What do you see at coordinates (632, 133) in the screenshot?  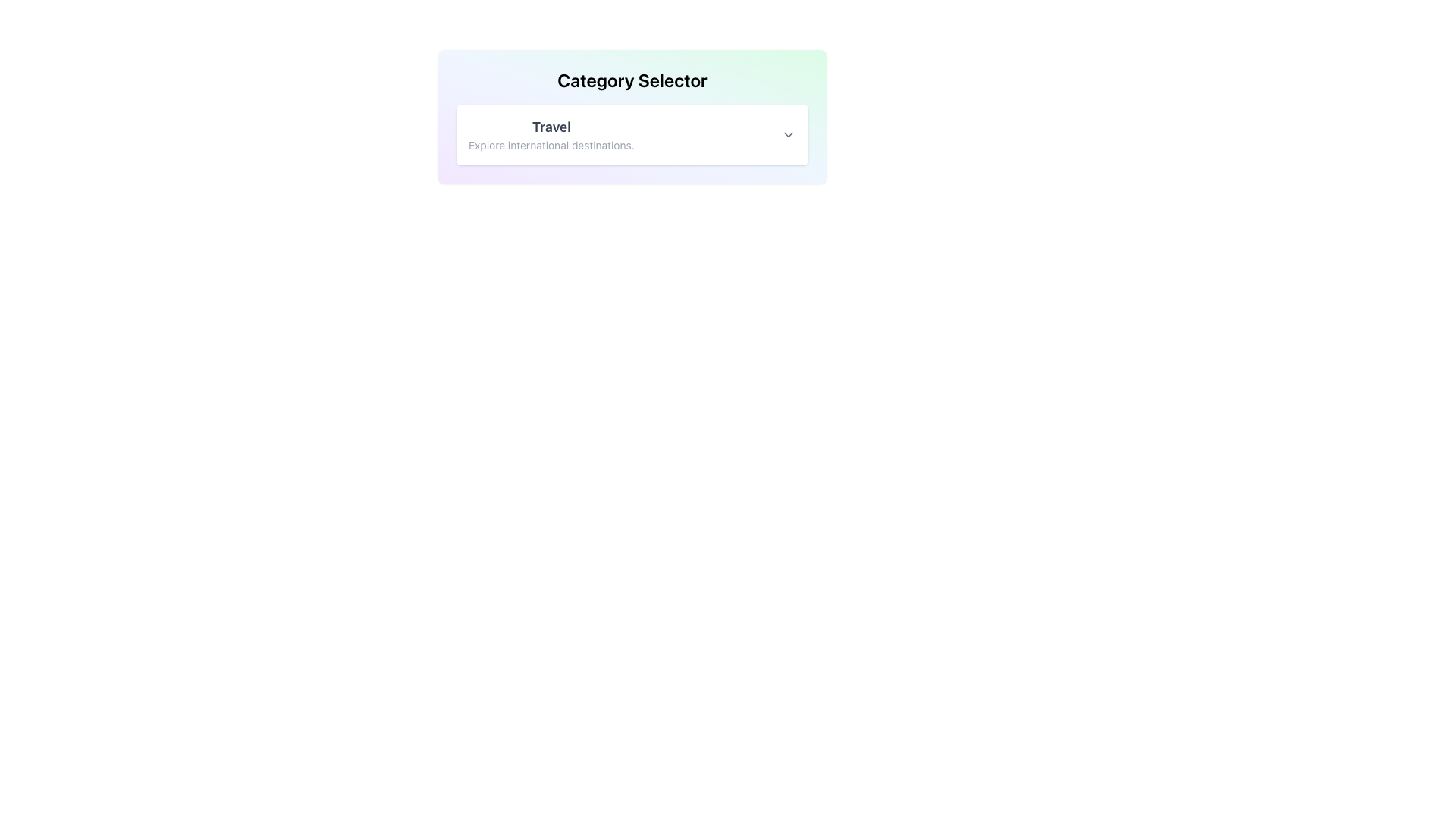 I see `the Dropdown Selector located below the 'Category Selector' title` at bounding box center [632, 133].